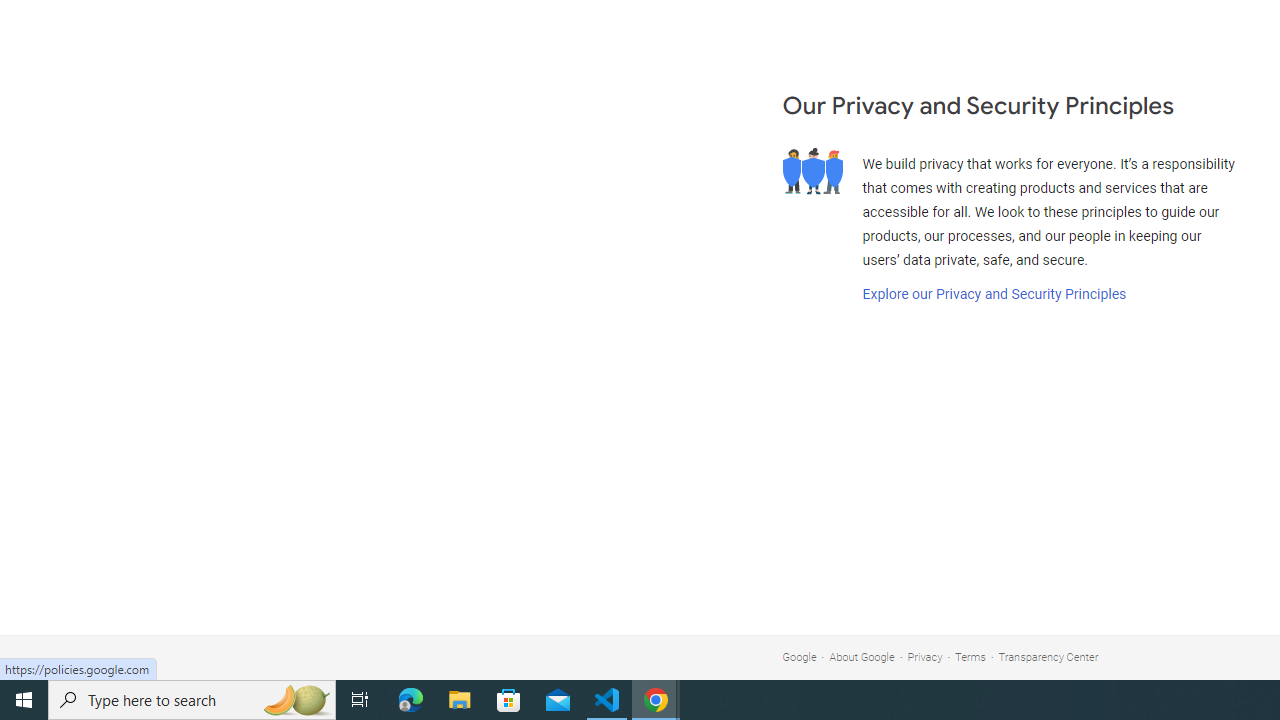  Describe the element at coordinates (970, 657) in the screenshot. I see `'Terms'` at that location.